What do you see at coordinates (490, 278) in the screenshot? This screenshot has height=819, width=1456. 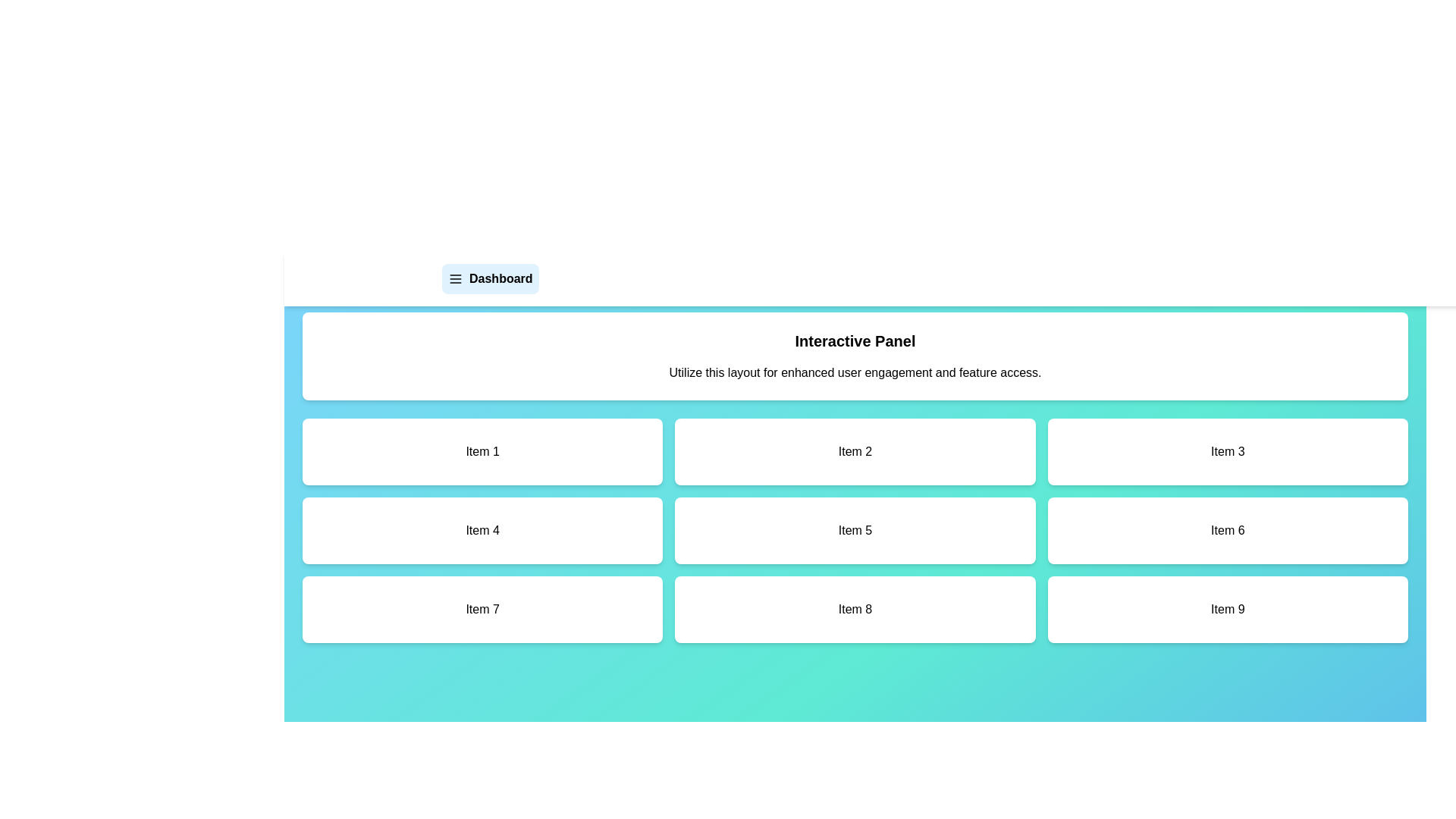 I see `the 'Dashboard' button` at bounding box center [490, 278].